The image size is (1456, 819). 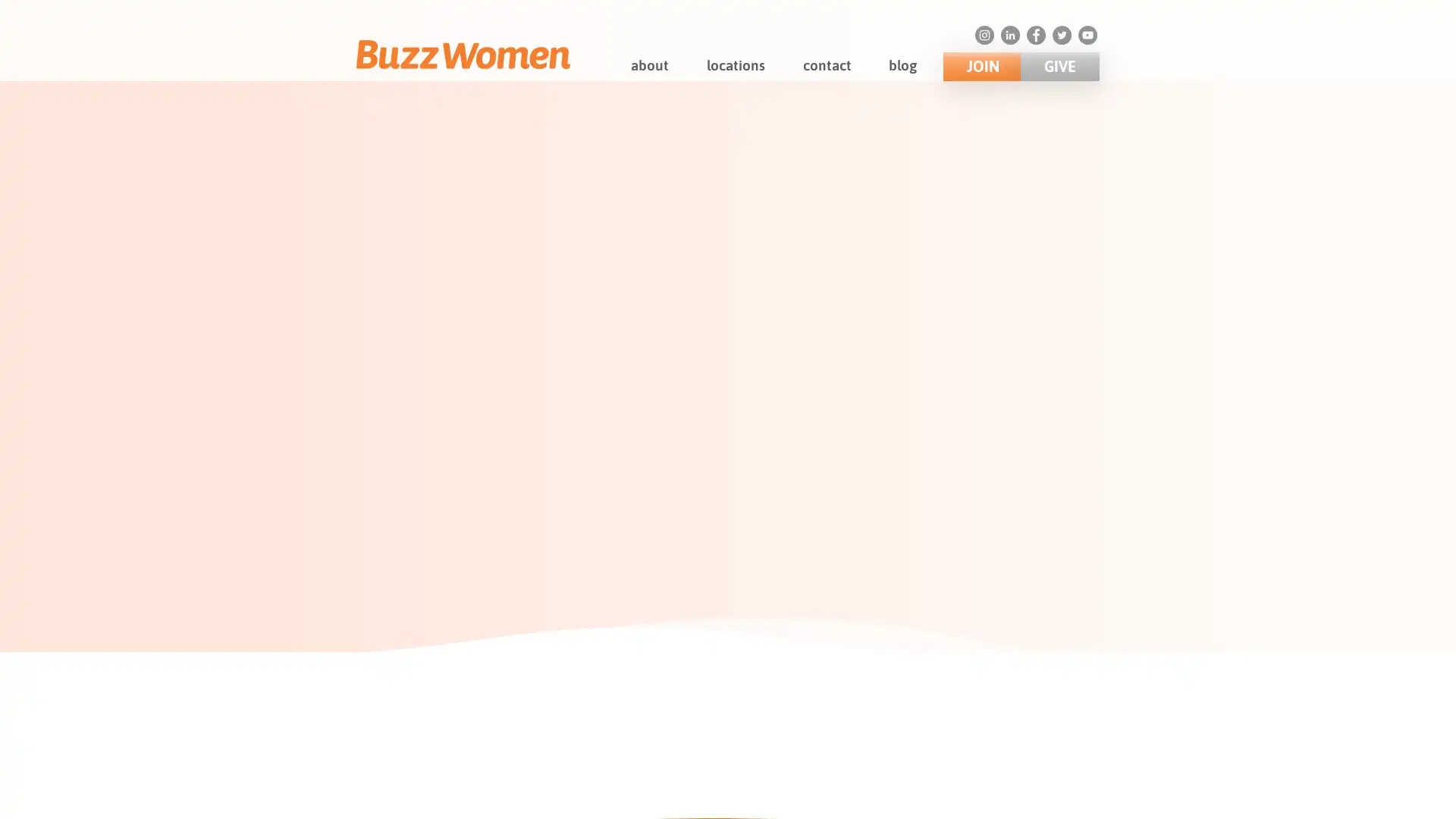 I want to click on Accept, so click(x=1390, y=794).